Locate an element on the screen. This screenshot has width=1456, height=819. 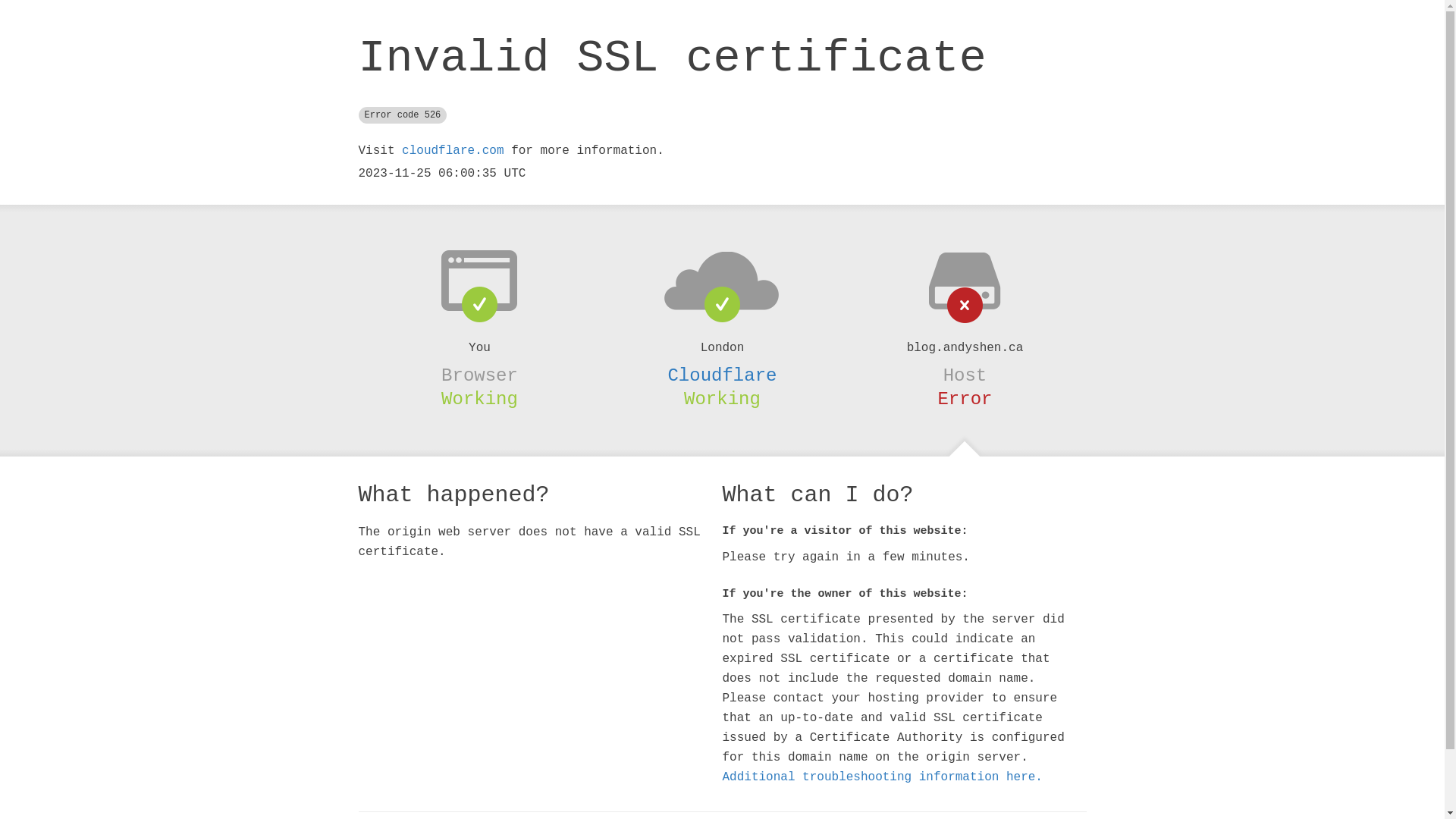
'cloudflare.com' is located at coordinates (451, 151).